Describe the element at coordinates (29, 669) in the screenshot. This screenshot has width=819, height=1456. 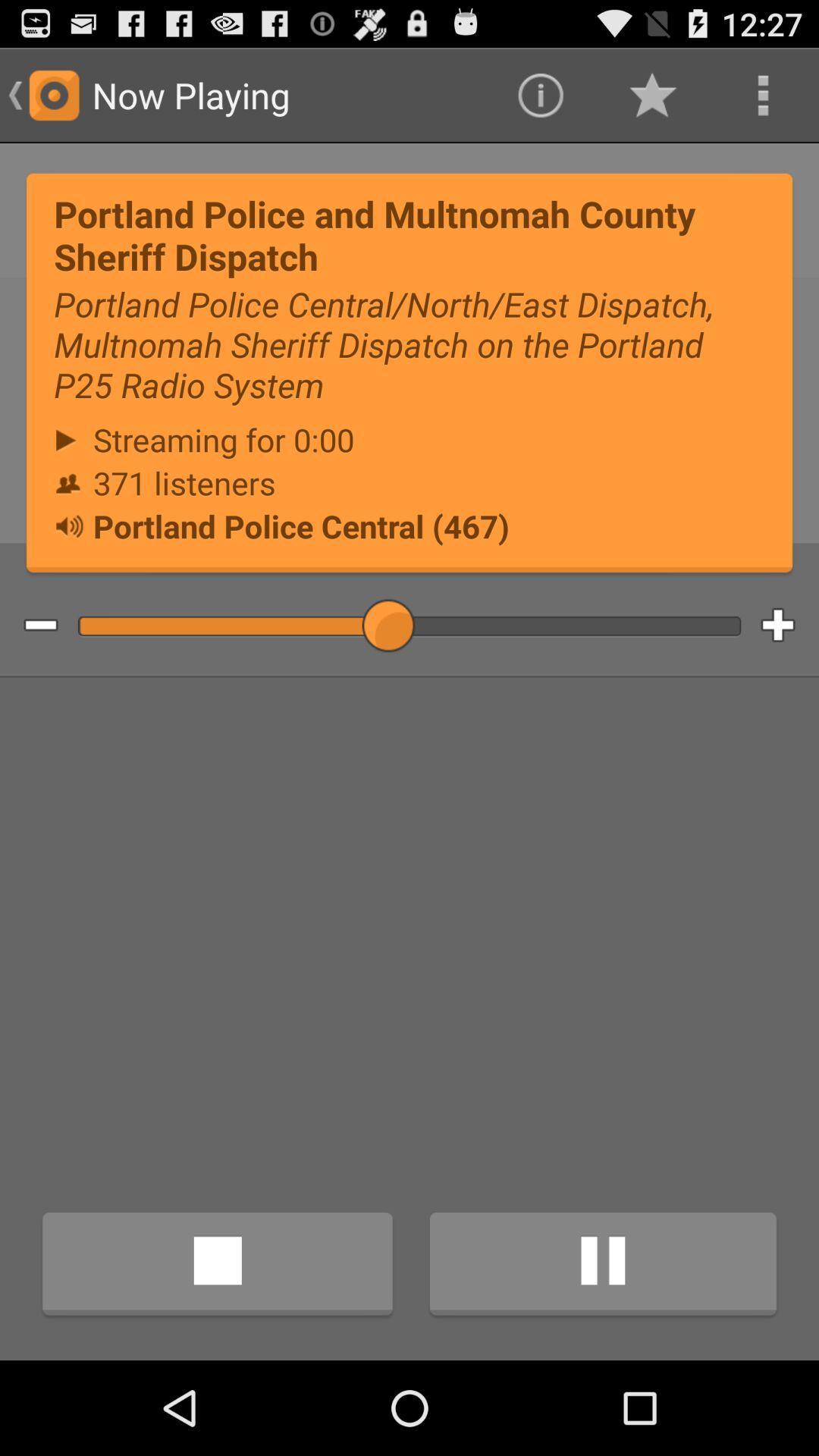
I see `the minus icon` at that location.